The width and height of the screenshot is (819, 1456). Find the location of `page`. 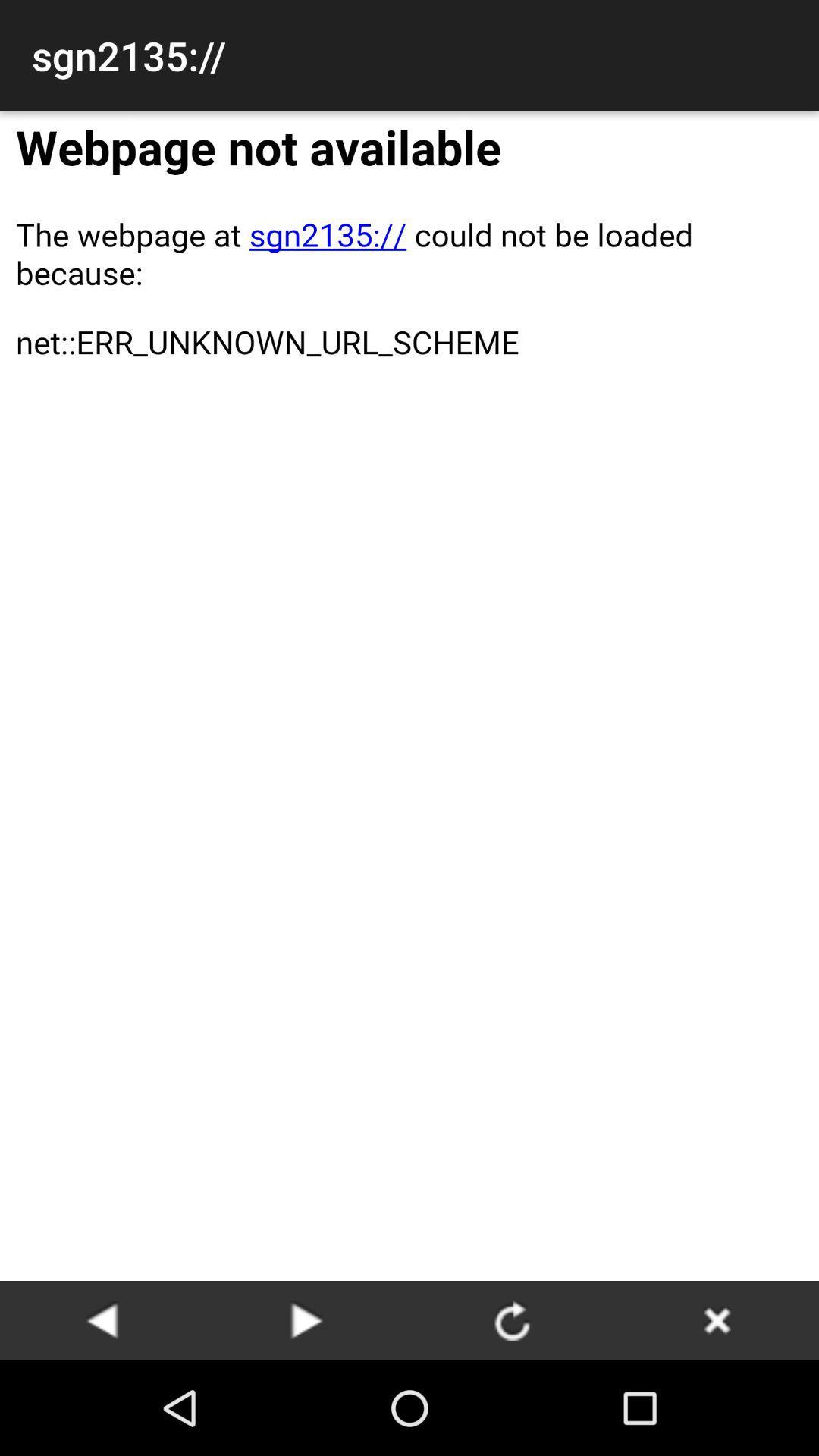

page is located at coordinates (717, 1319).